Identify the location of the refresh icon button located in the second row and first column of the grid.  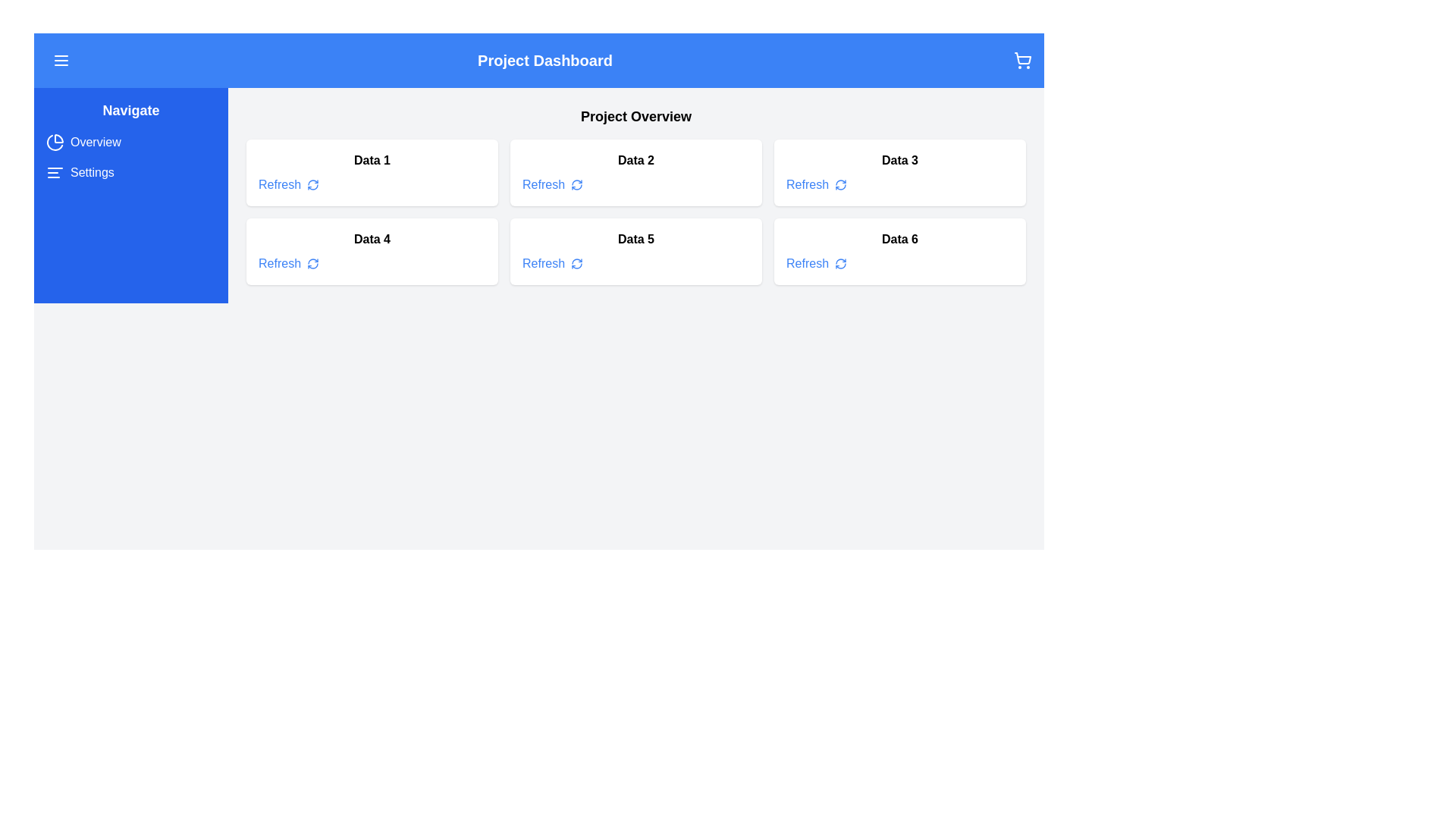
(312, 262).